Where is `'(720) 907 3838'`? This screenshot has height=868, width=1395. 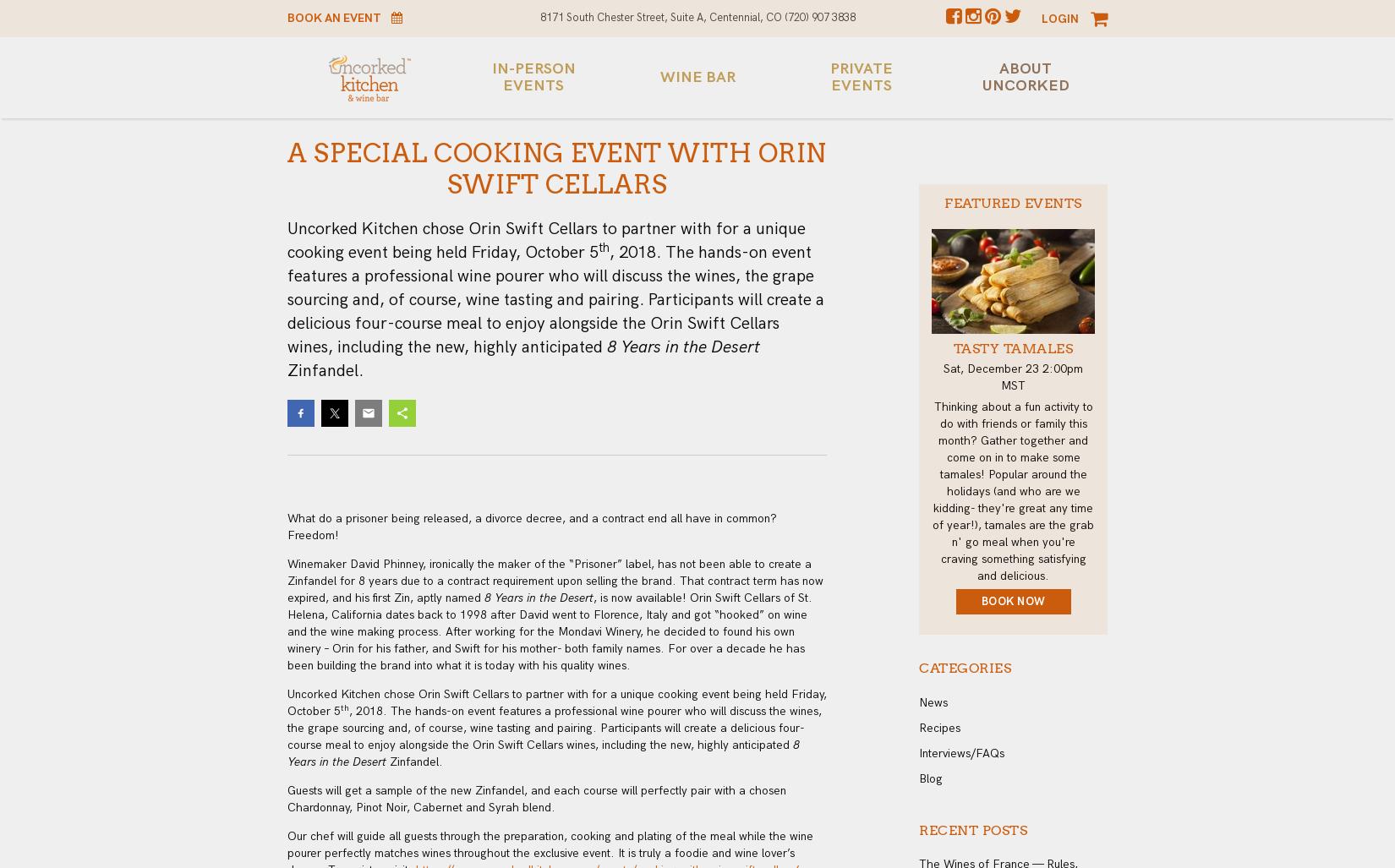 '(720) 907 3838' is located at coordinates (819, 17).